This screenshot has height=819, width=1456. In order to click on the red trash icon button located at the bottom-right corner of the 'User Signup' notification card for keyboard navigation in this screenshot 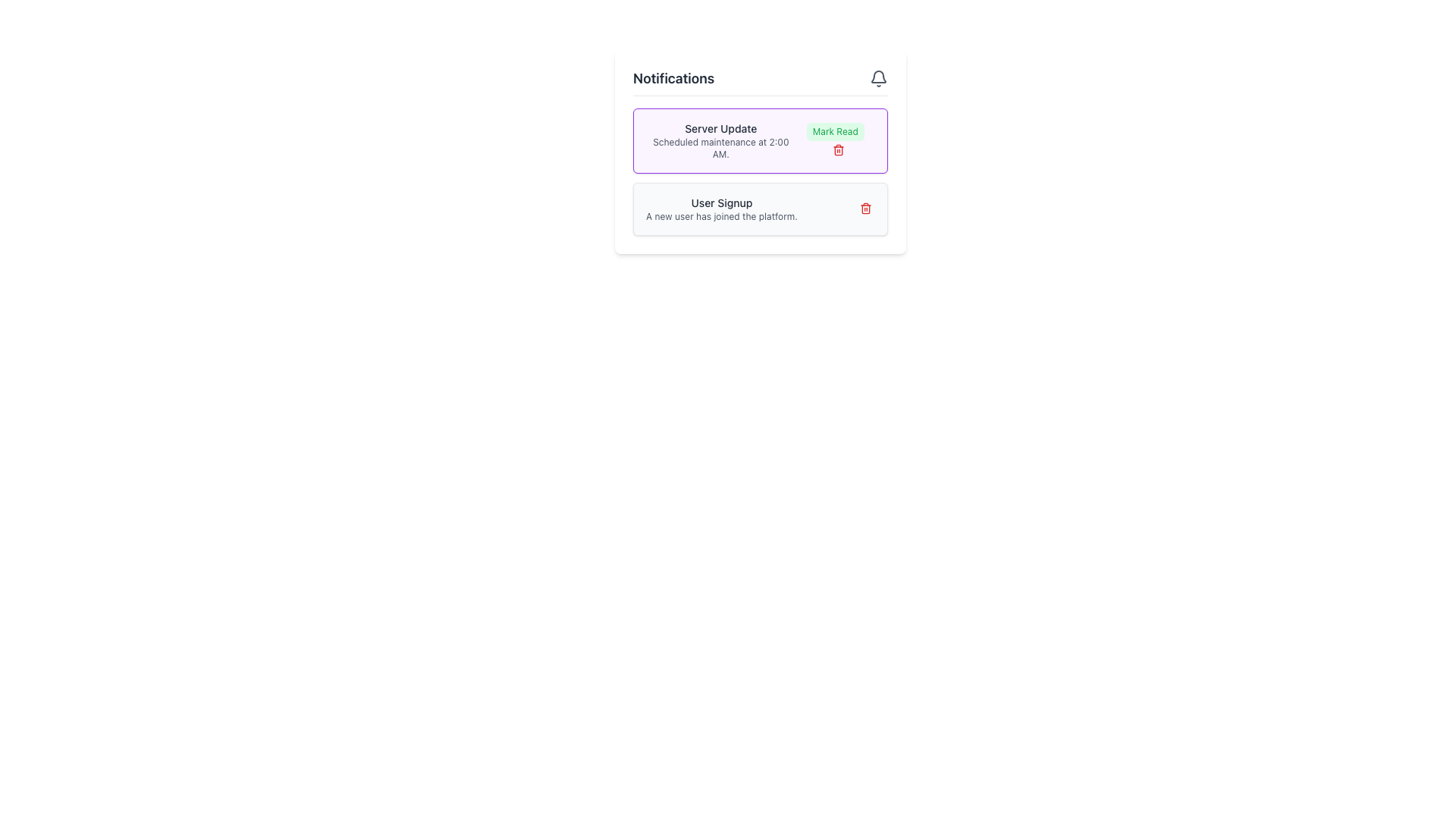, I will do `click(866, 208)`.